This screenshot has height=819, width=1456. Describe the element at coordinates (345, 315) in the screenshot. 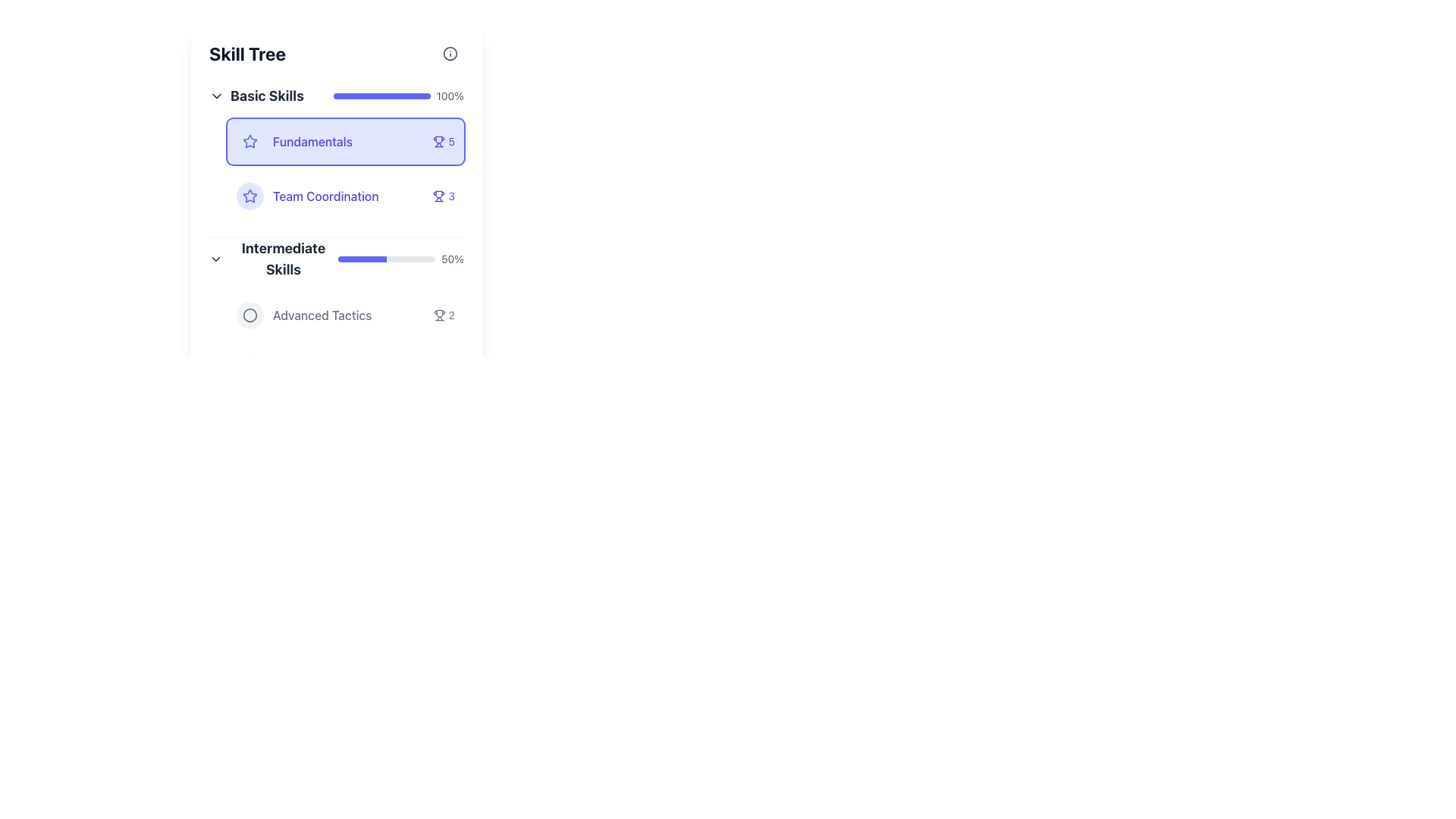

I see `the first list item in the 'Intermediate Skills' section, which displays 'Advanced Tactics' with a numerical progress indicator '2' and a trophy icon` at that location.